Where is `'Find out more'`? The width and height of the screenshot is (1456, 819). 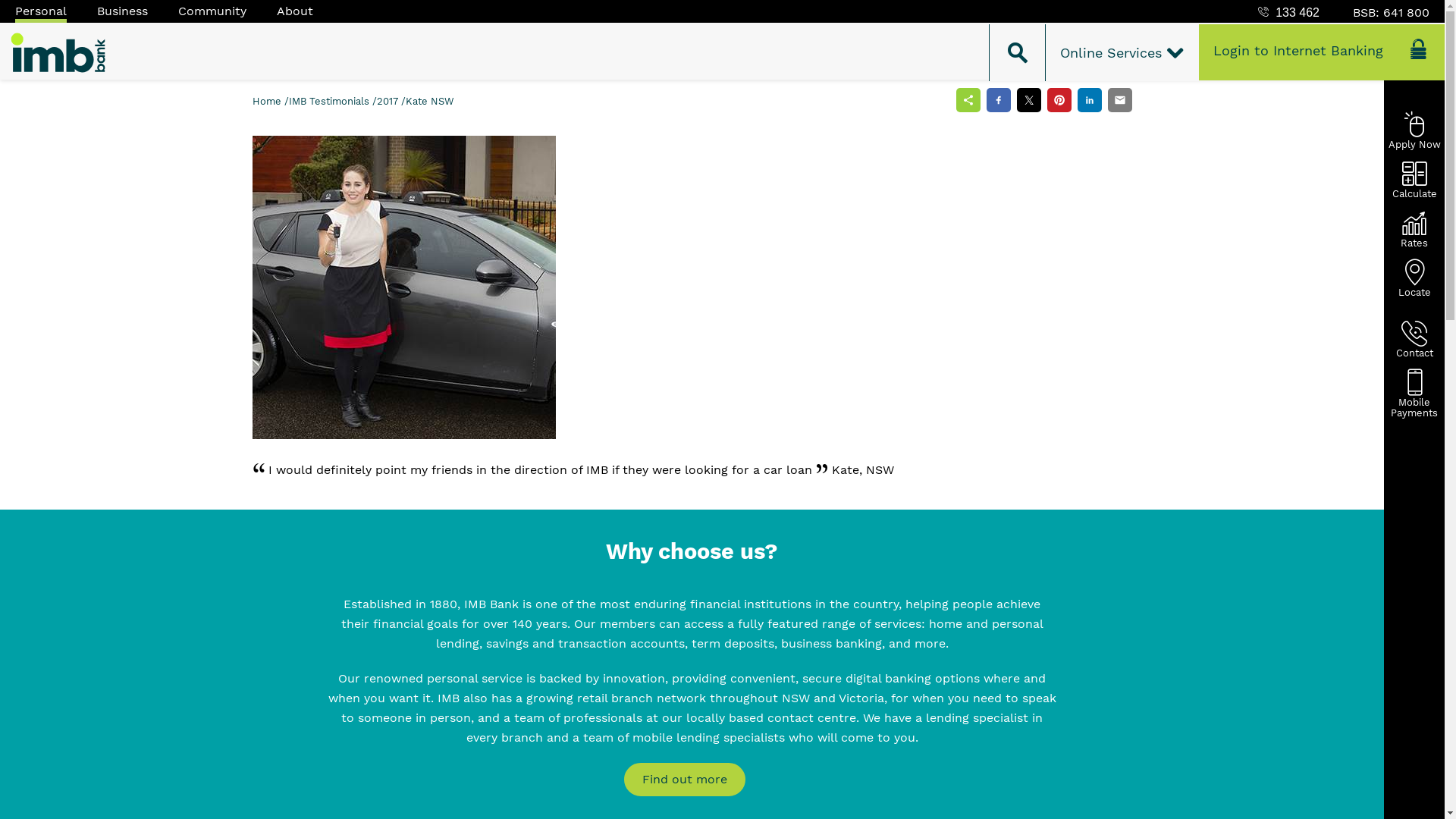 'Find out more' is located at coordinates (683, 780).